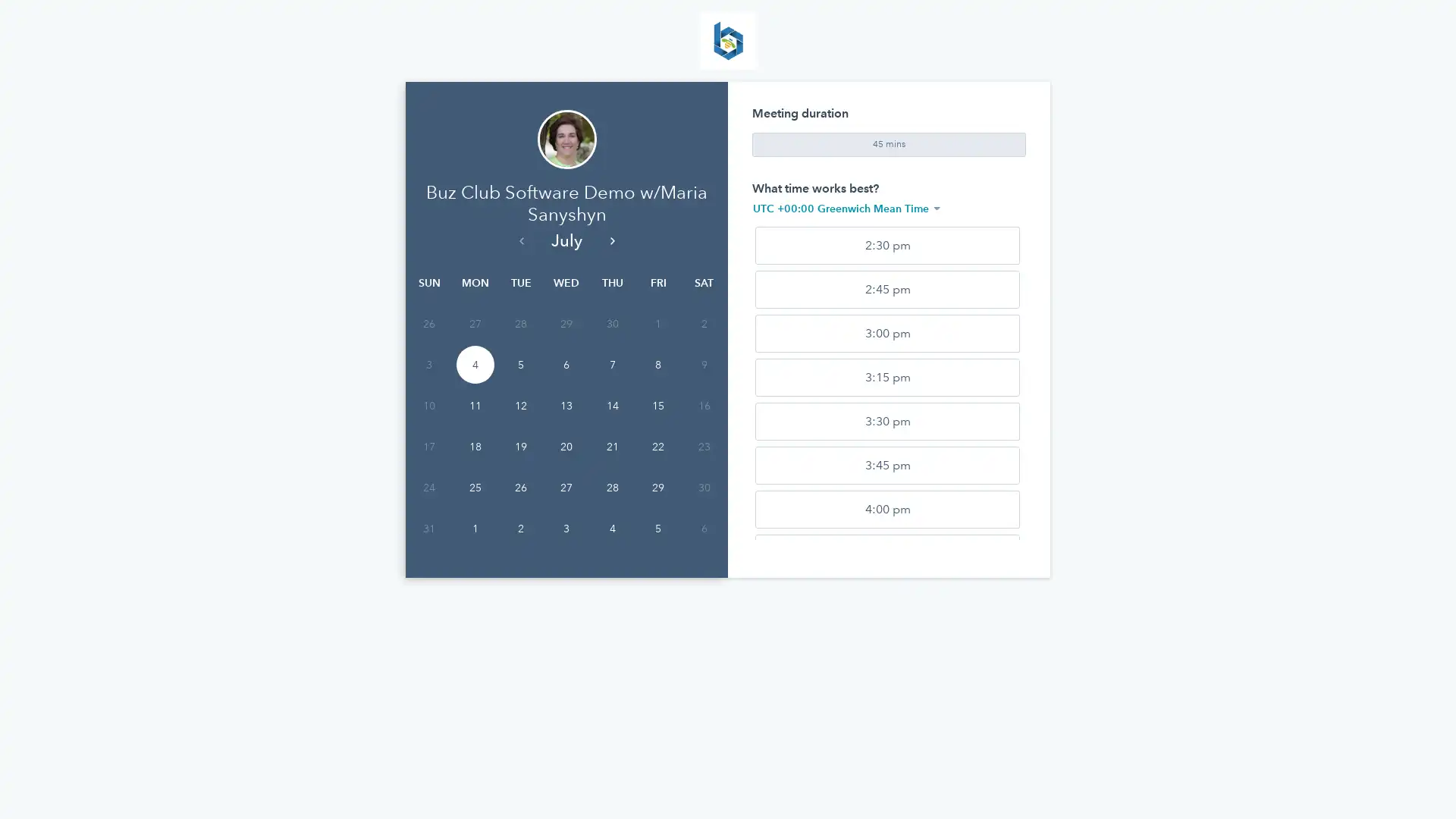 This screenshot has height=819, width=1456. What do you see at coordinates (428, 528) in the screenshot?
I see `July 31st` at bounding box center [428, 528].